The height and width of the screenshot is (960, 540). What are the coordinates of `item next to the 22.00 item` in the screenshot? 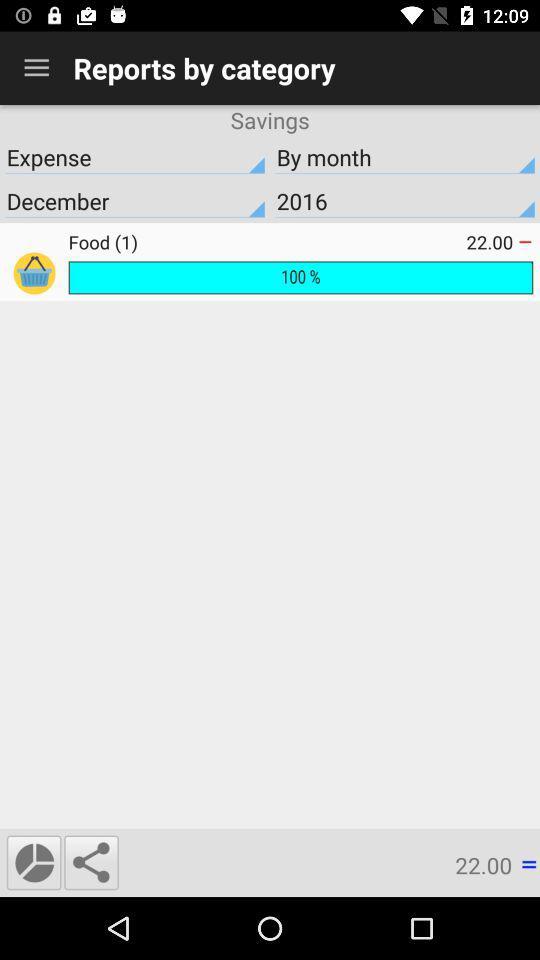 It's located at (90, 861).